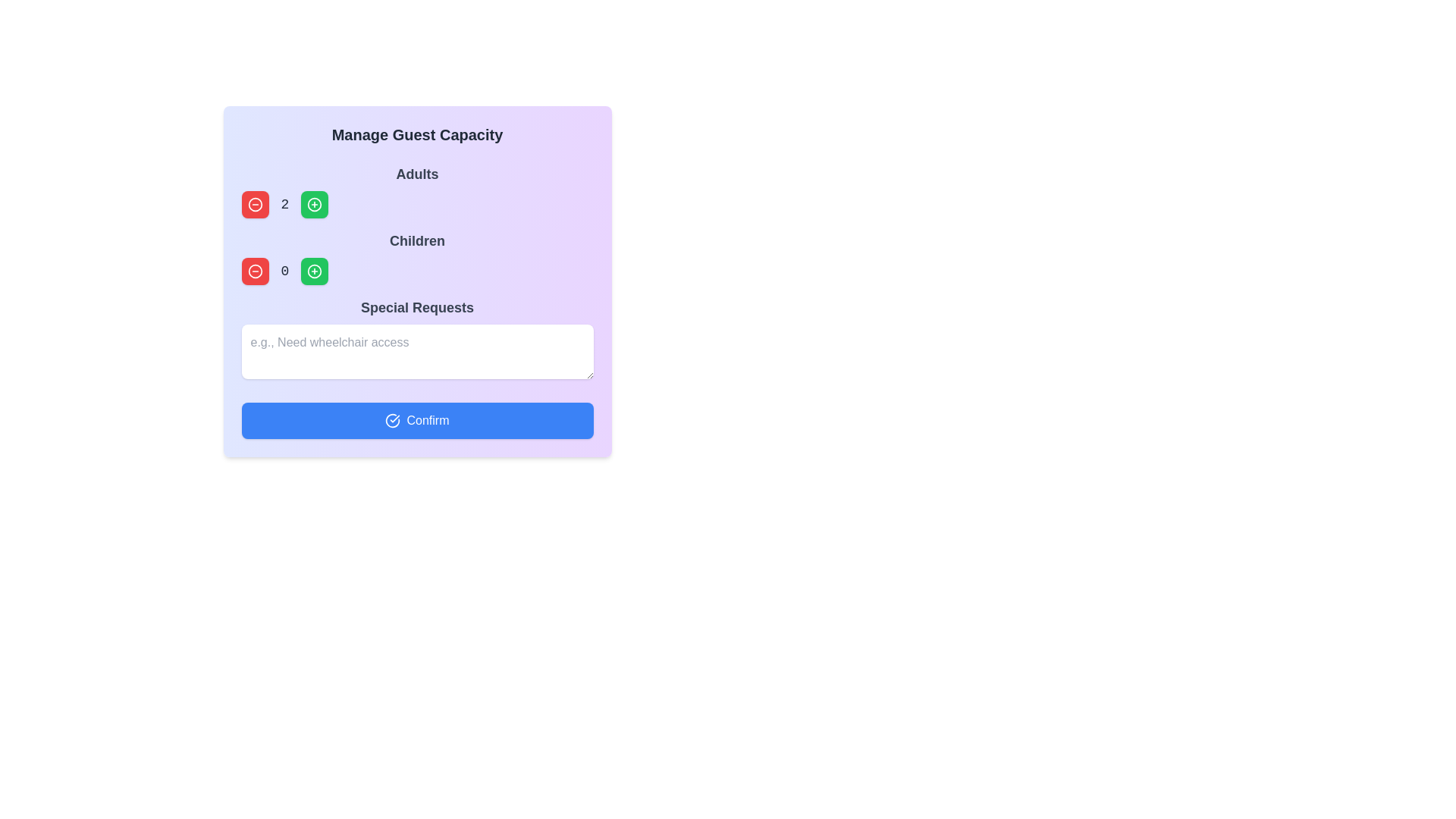 This screenshot has width=1456, height=819. Describe the element at coordinates (255, 205) in the screenshot. I see `the red circular button with a white border and a minus sign icon located in the 'Adults' row of the 'Manage Guest Capacity' card to decrease the count` at that location.